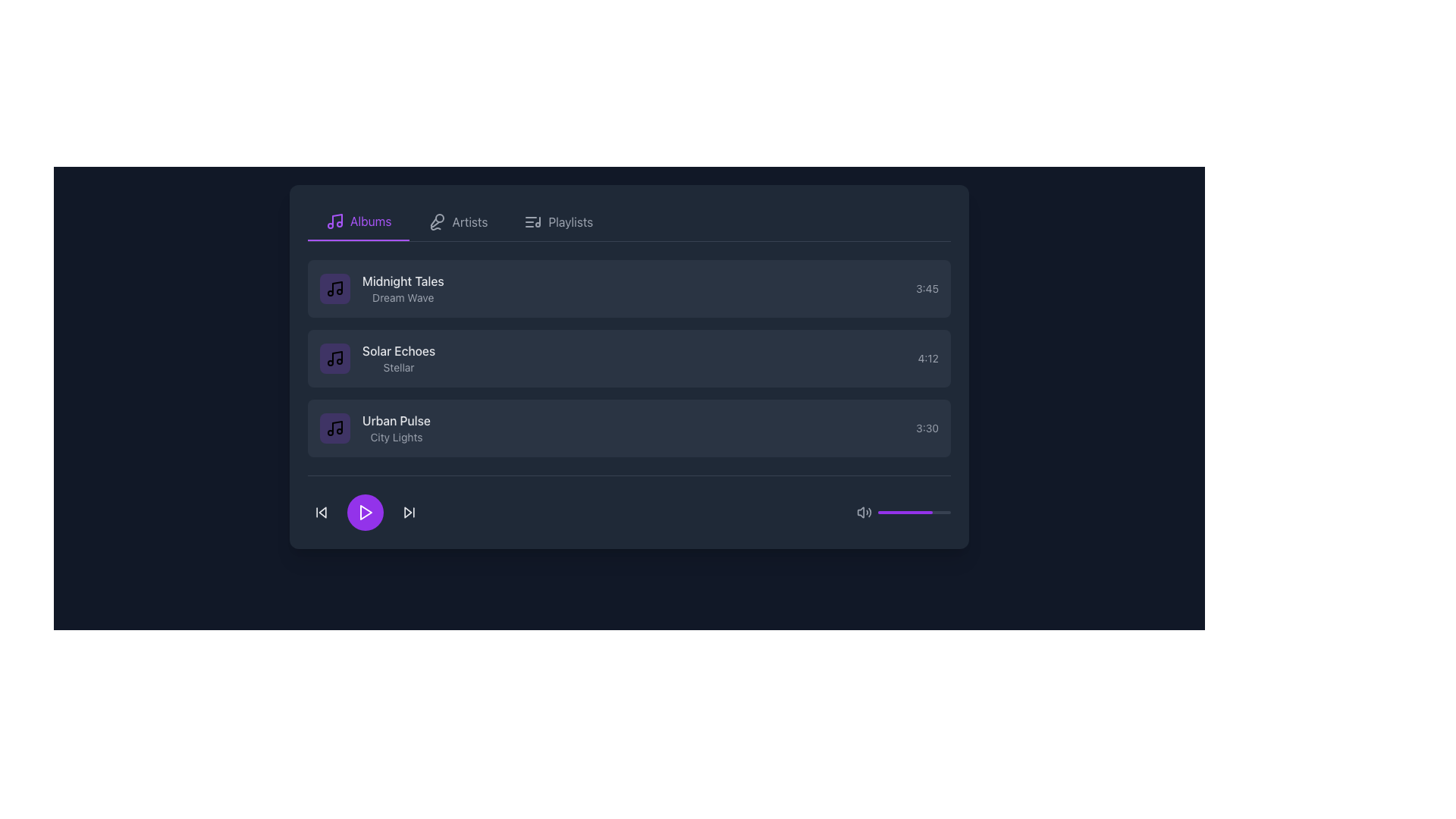  I want to click on the text label displaying the title and subtitle of a music album or song, which is the third item, so click(397, 428).